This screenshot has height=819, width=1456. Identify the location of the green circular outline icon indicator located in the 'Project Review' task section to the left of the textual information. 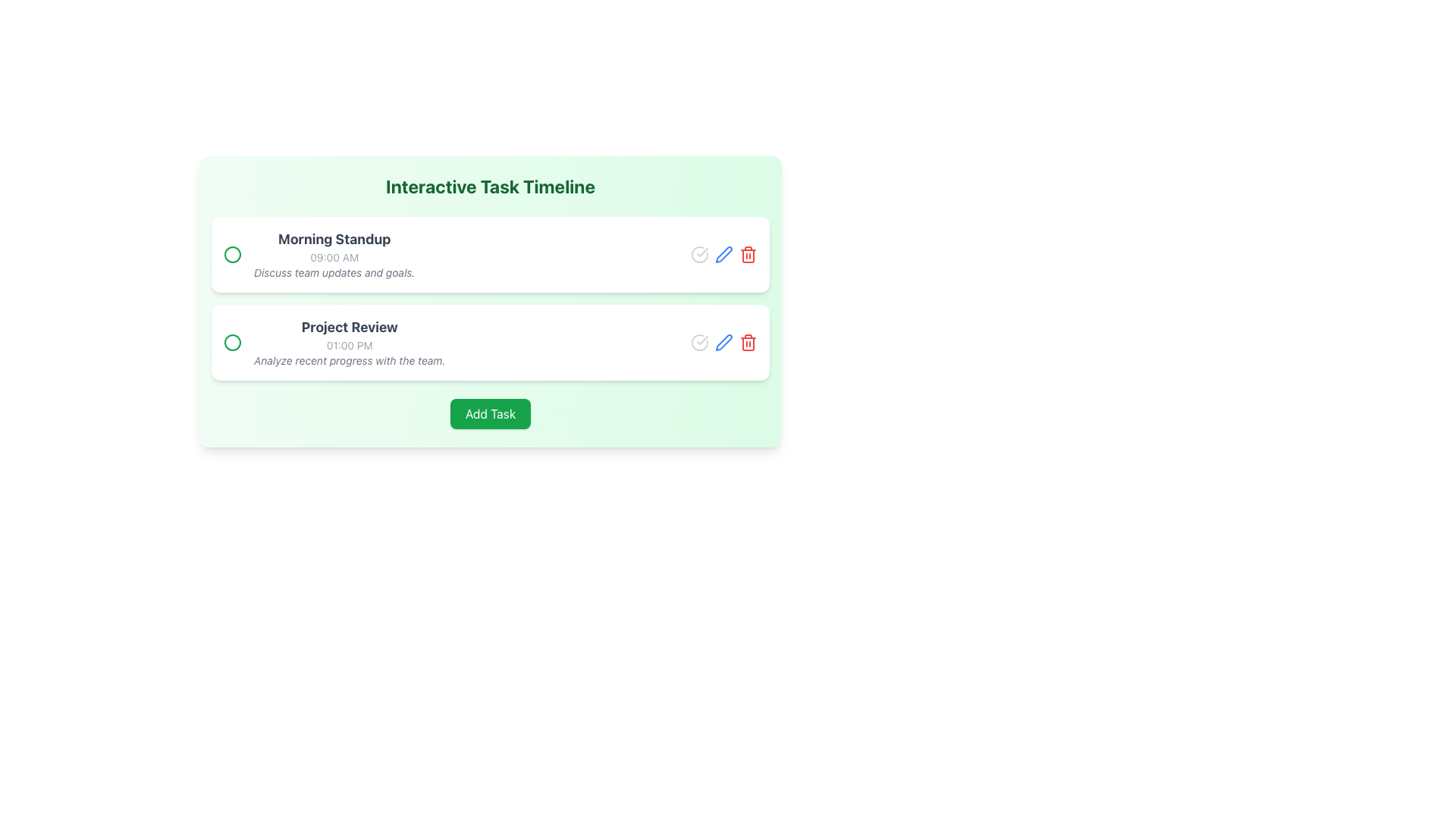
(232, 342).